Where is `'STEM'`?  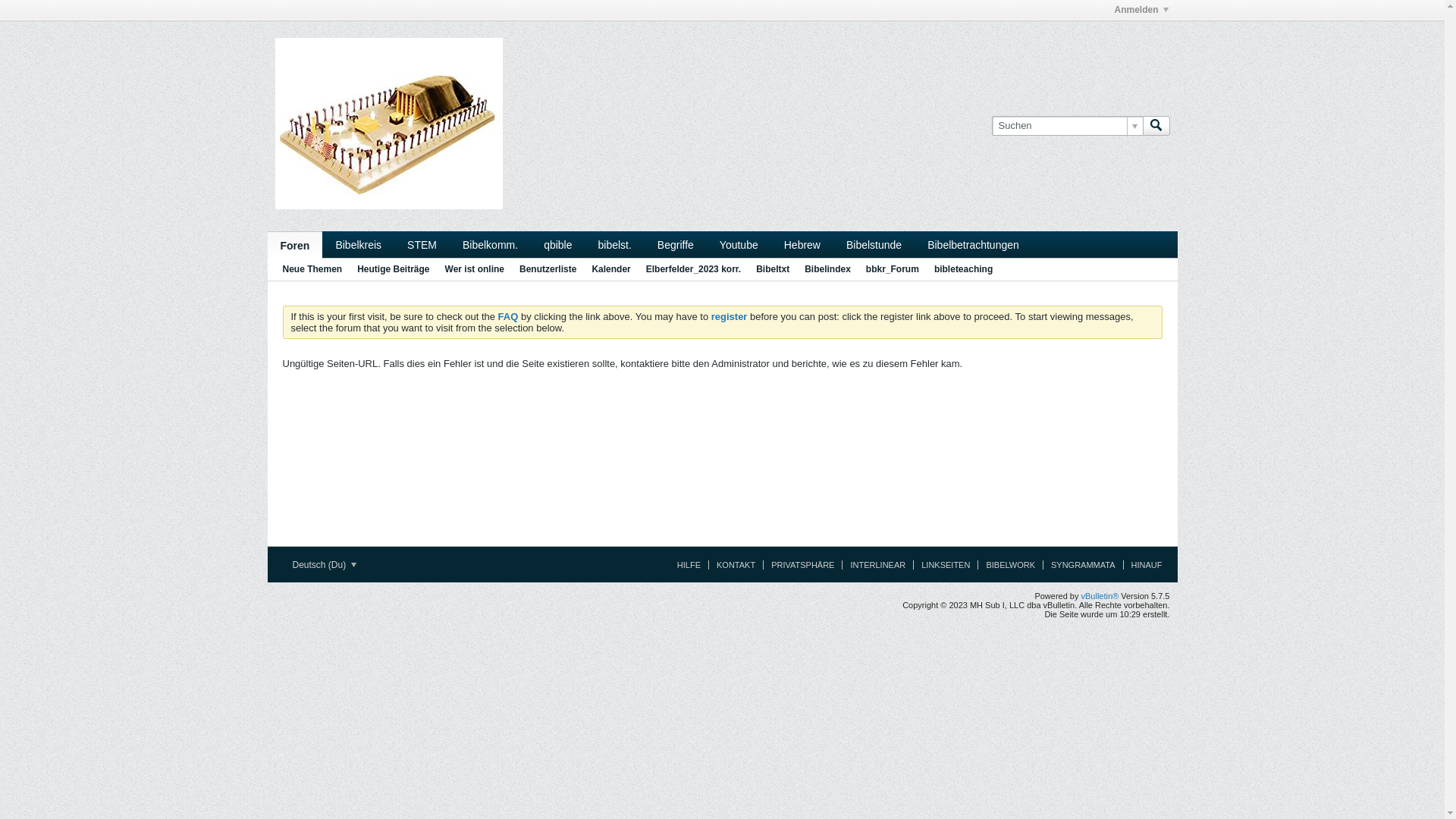
'STEM' is located at coordinates (422, 243).